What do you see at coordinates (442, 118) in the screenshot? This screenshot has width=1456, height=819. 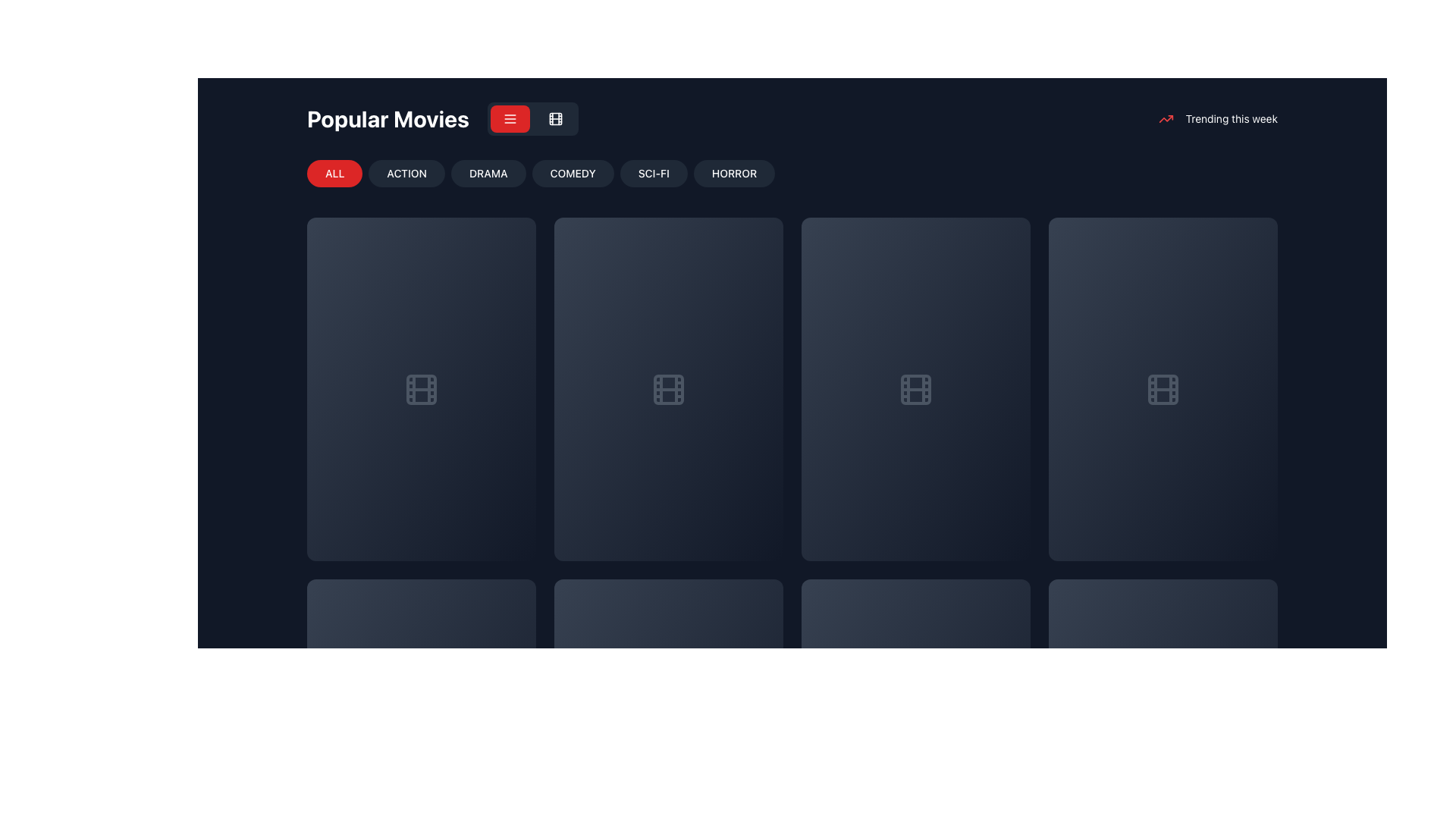 I see `the 'Popular Movies' text label or header, which is styled in large, bold font and is located at the upper left portion of the interface` at bounding box center [442, 118].